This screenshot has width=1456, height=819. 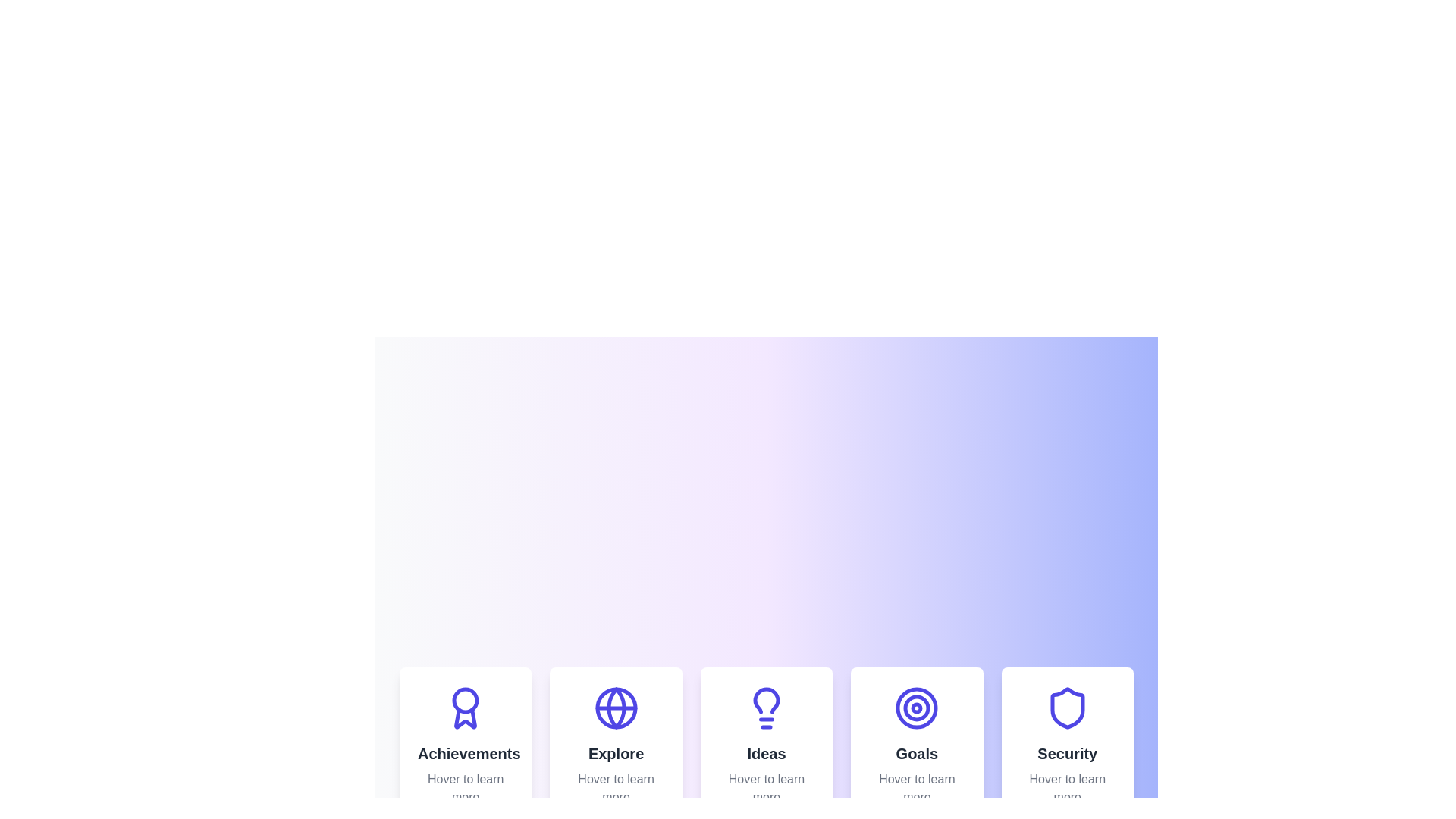 What do you see at coordinates (465, 701) in the screenshot?
I see `the circular SVG shape within the award icon, which has a gradient blue and white background and is positioned above the 'Achievements' label` at bounding box center [465, 701].